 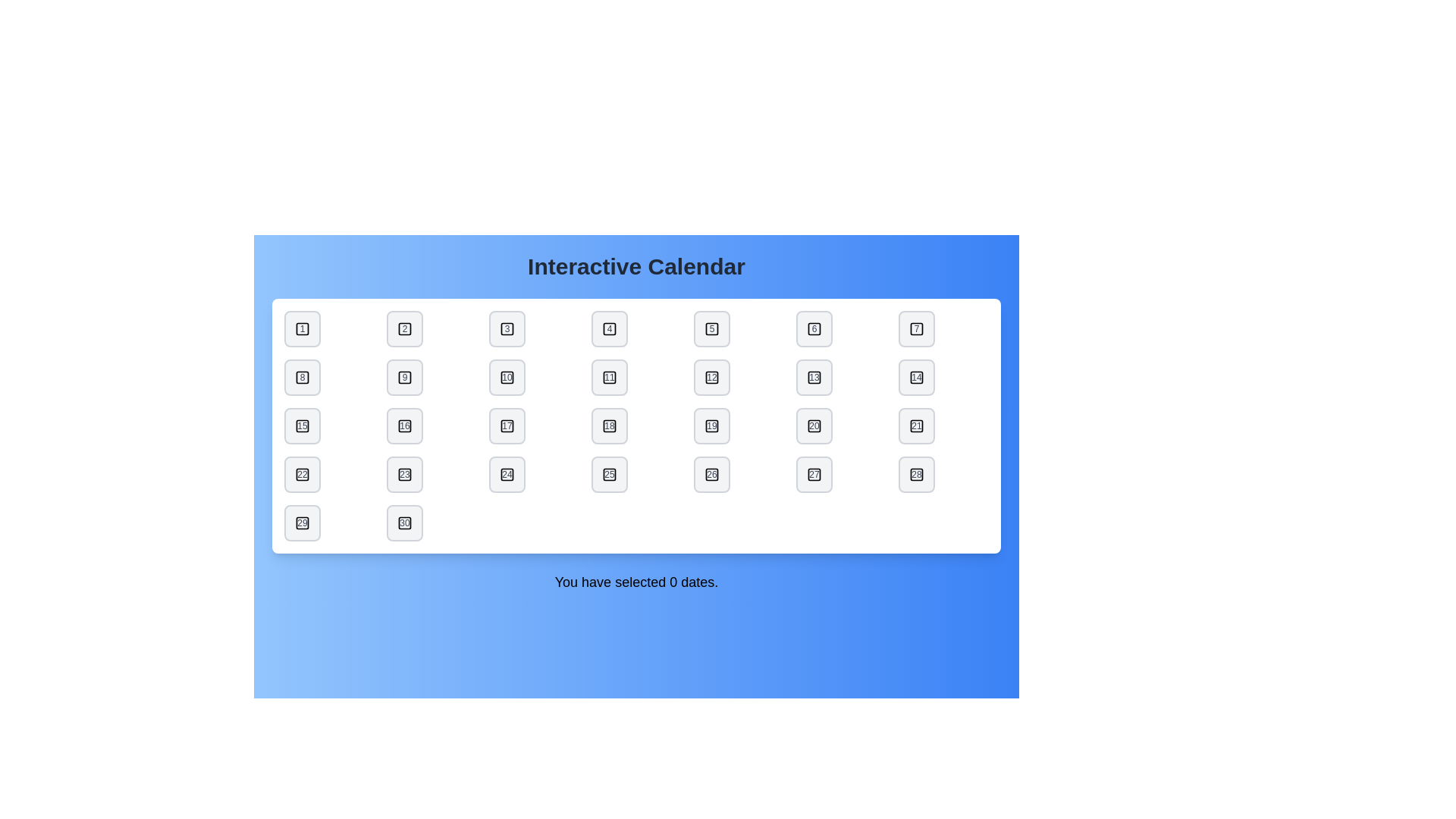 I want to click on the date button labeled 13 to toggle its selection state, so click(x=814, y=376).